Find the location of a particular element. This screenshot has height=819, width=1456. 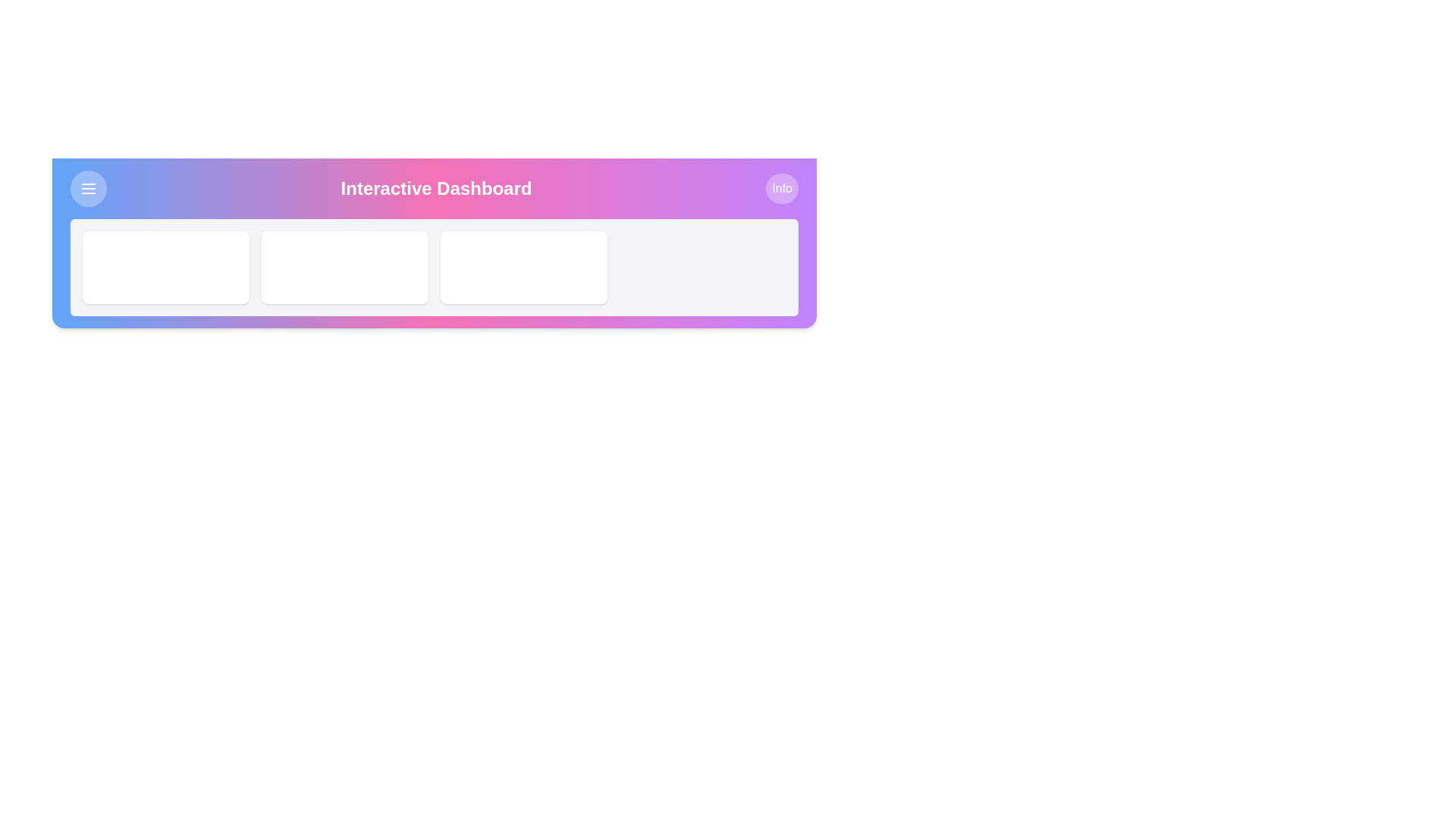

'Info' button located in the top-right corner of the InteractiveAppBar is located at coordinates (782, 188).